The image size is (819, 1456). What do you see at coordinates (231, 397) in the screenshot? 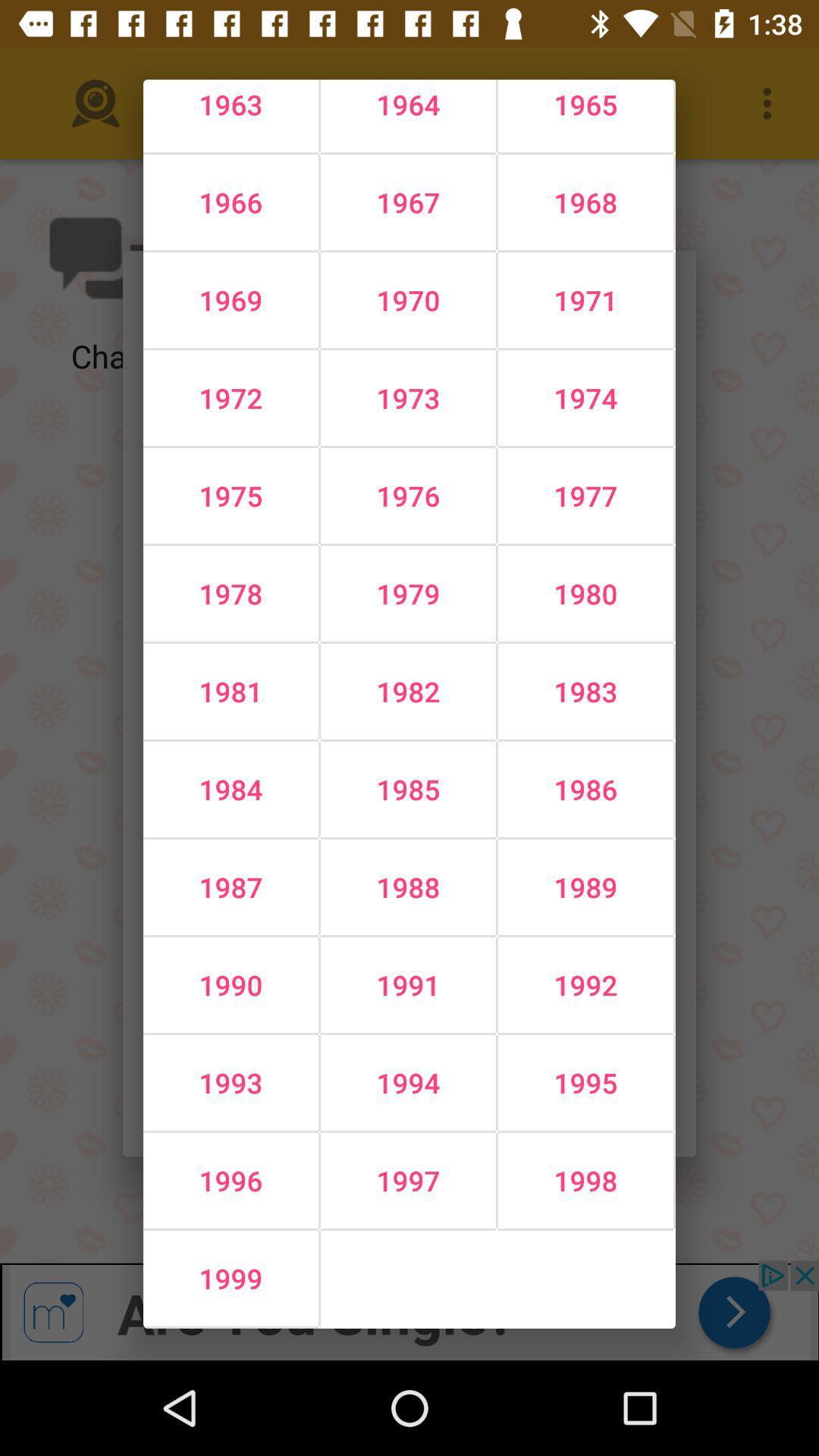
I see `icon above 1975` at bounding box center [231, 397].